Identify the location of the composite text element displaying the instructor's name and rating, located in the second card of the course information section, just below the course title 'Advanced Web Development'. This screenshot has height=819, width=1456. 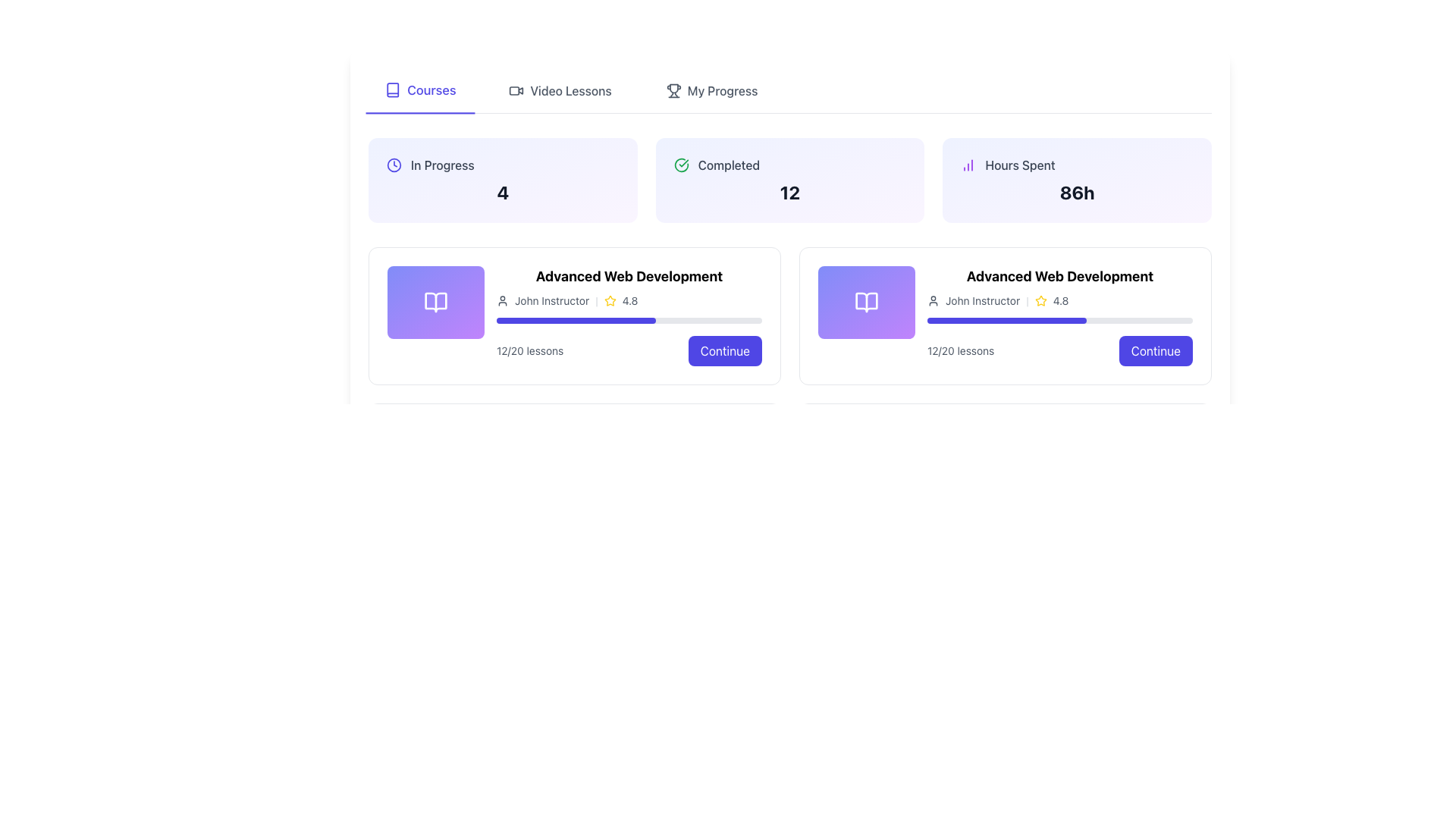
(1059, 301).